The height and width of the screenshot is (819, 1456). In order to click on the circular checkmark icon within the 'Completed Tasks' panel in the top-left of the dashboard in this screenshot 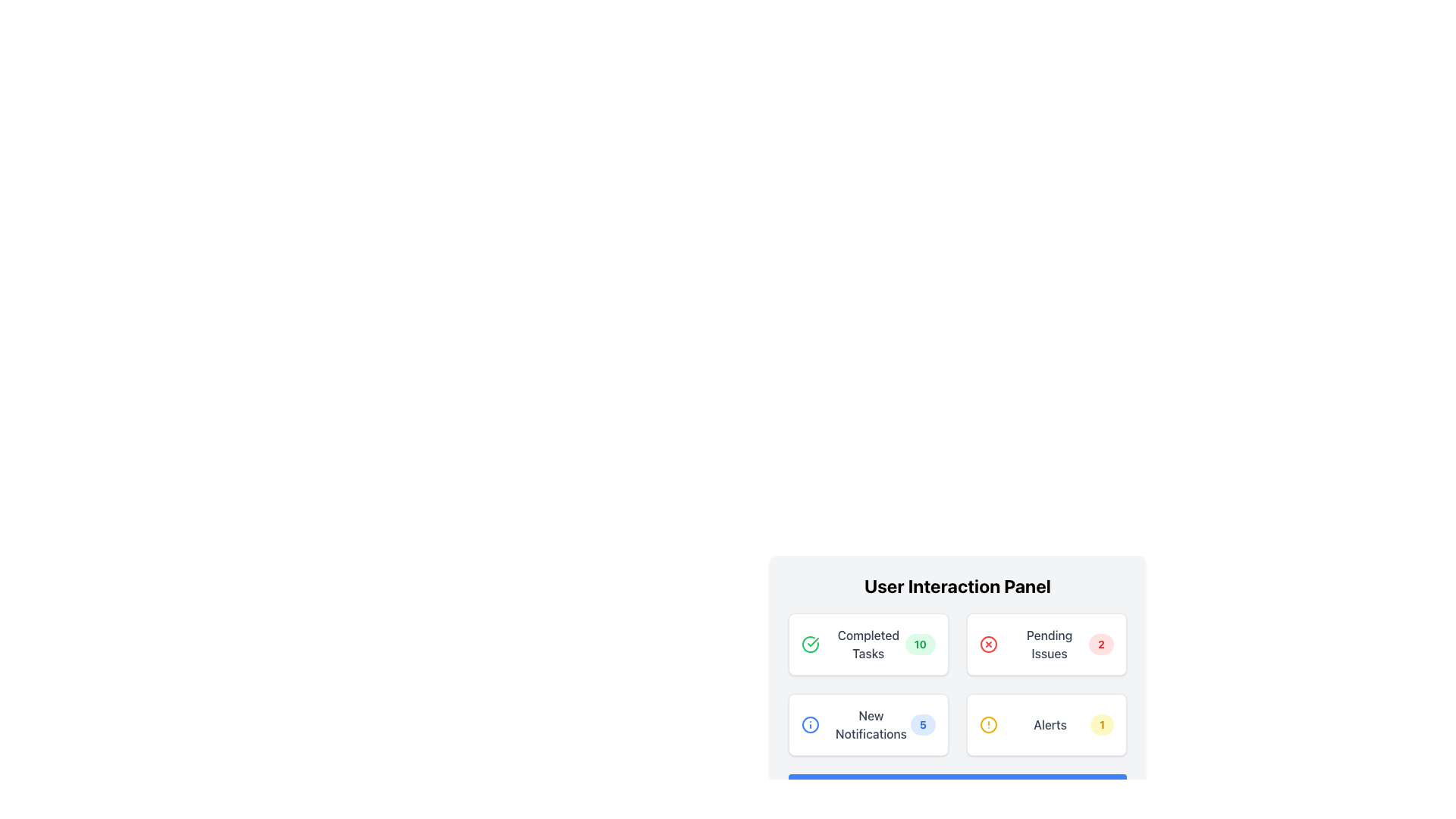, I will do `click(810, 644)`.